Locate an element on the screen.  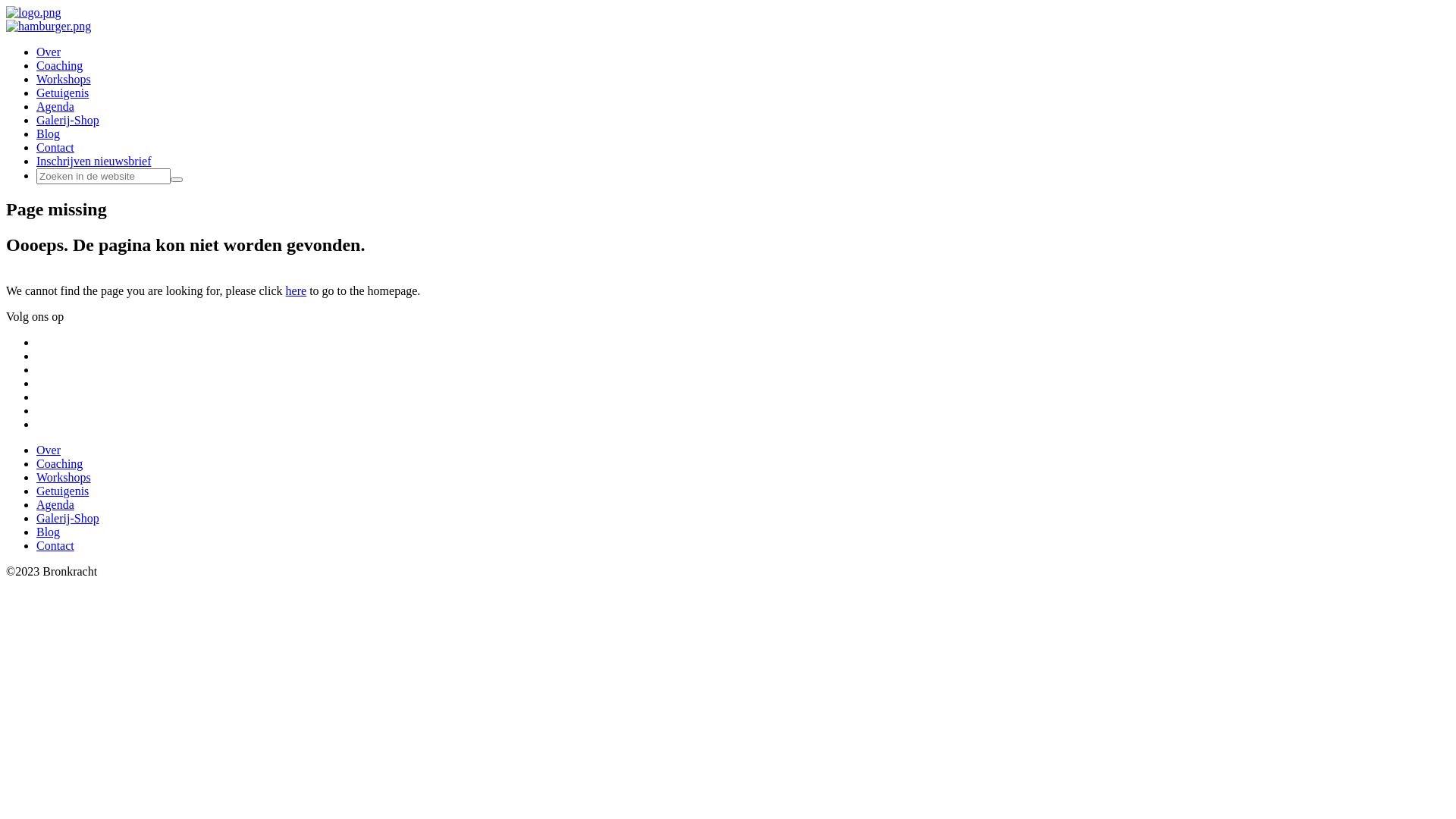
'Over' is located at coordinates (36, 449).